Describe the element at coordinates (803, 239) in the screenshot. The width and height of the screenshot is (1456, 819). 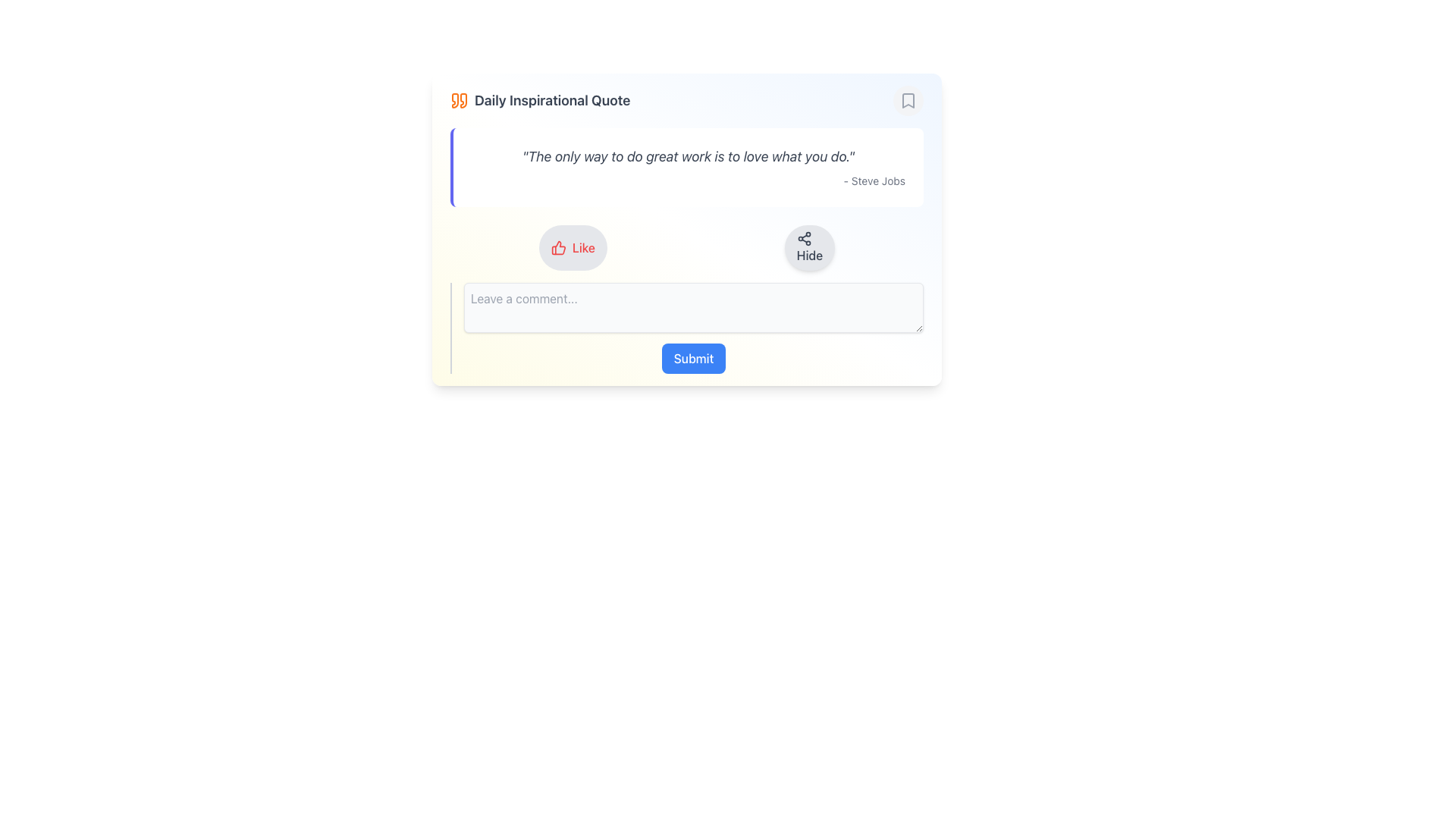
I see `the SVG icon resembling a network of three connected nodes, located inside the 'Hide' button to the left of the label 'Hide'` at that location.